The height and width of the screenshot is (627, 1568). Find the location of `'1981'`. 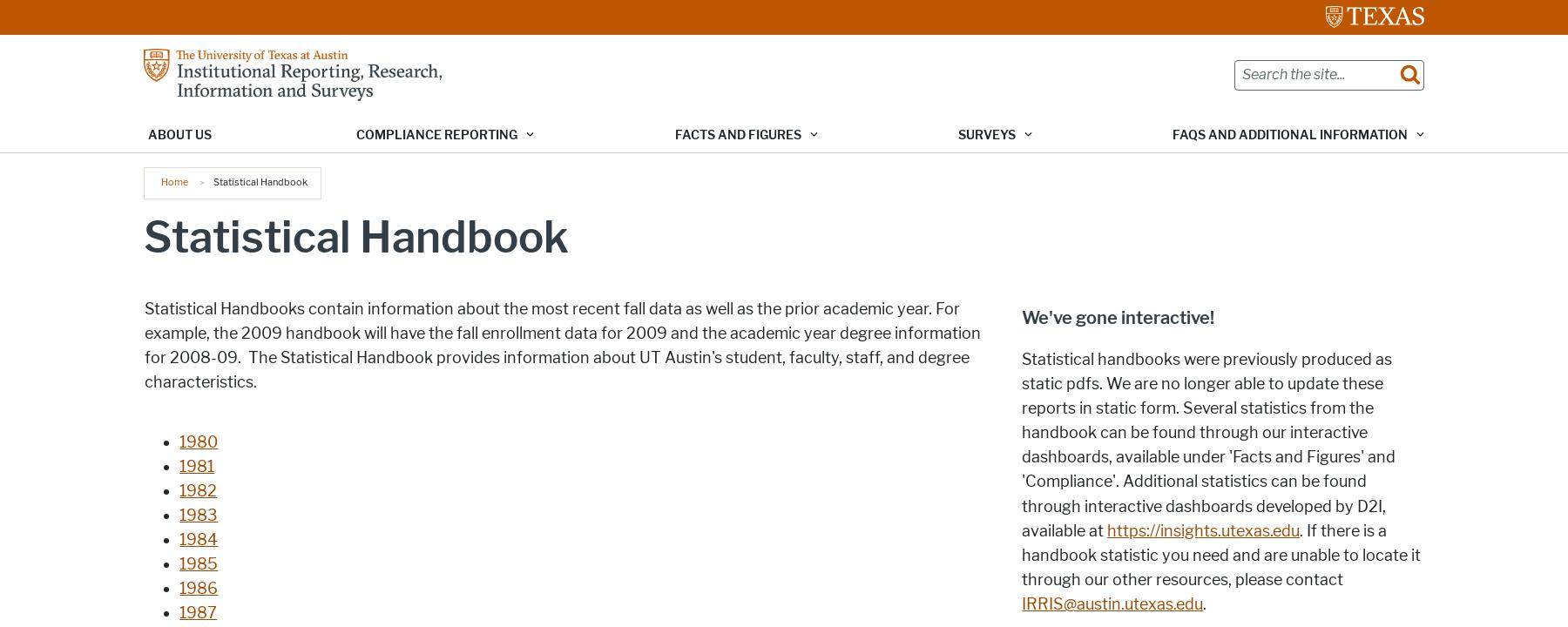

'1981' is located at coordinates (196, 465).